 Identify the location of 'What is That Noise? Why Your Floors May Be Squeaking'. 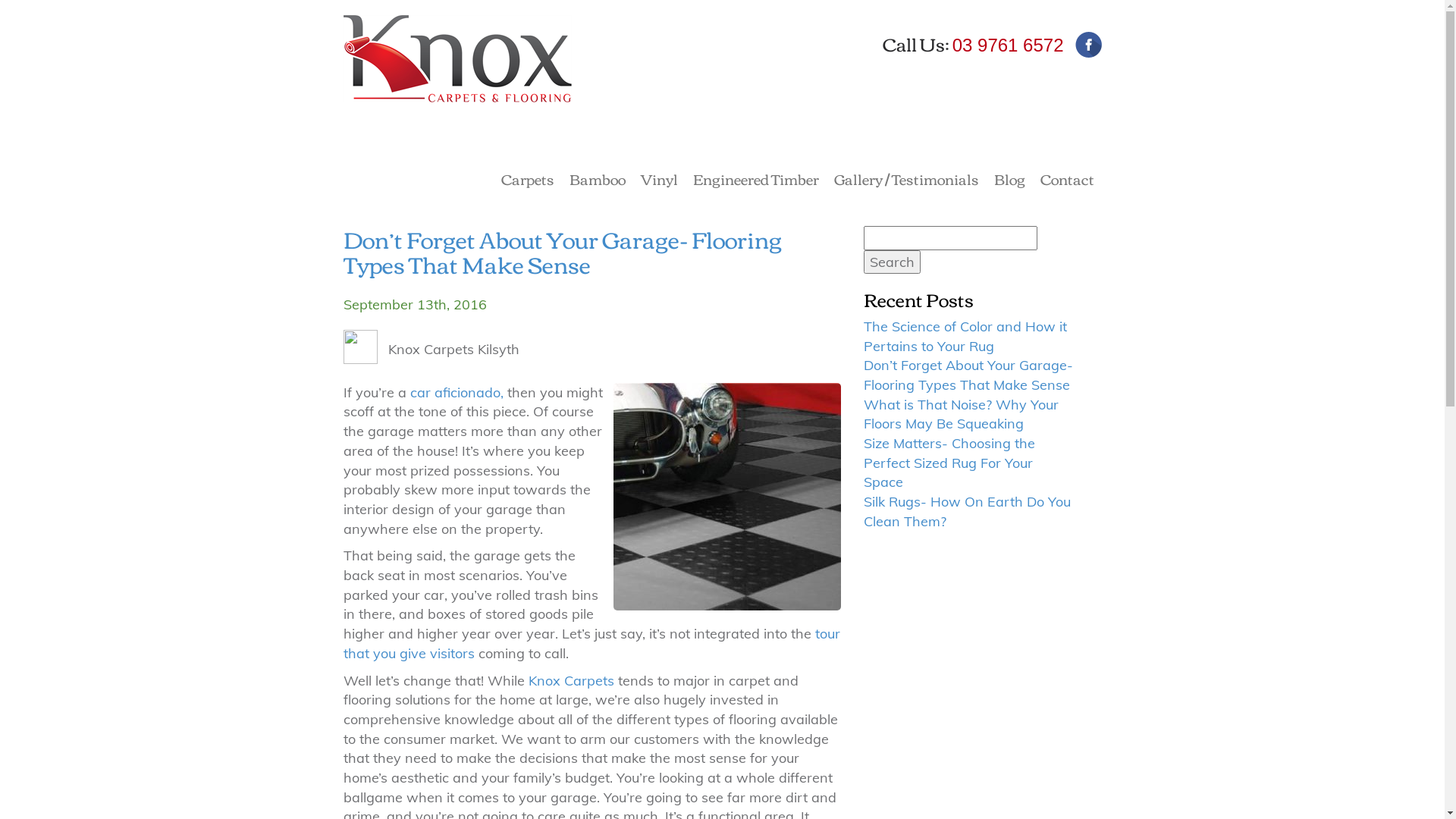
(960, 414).